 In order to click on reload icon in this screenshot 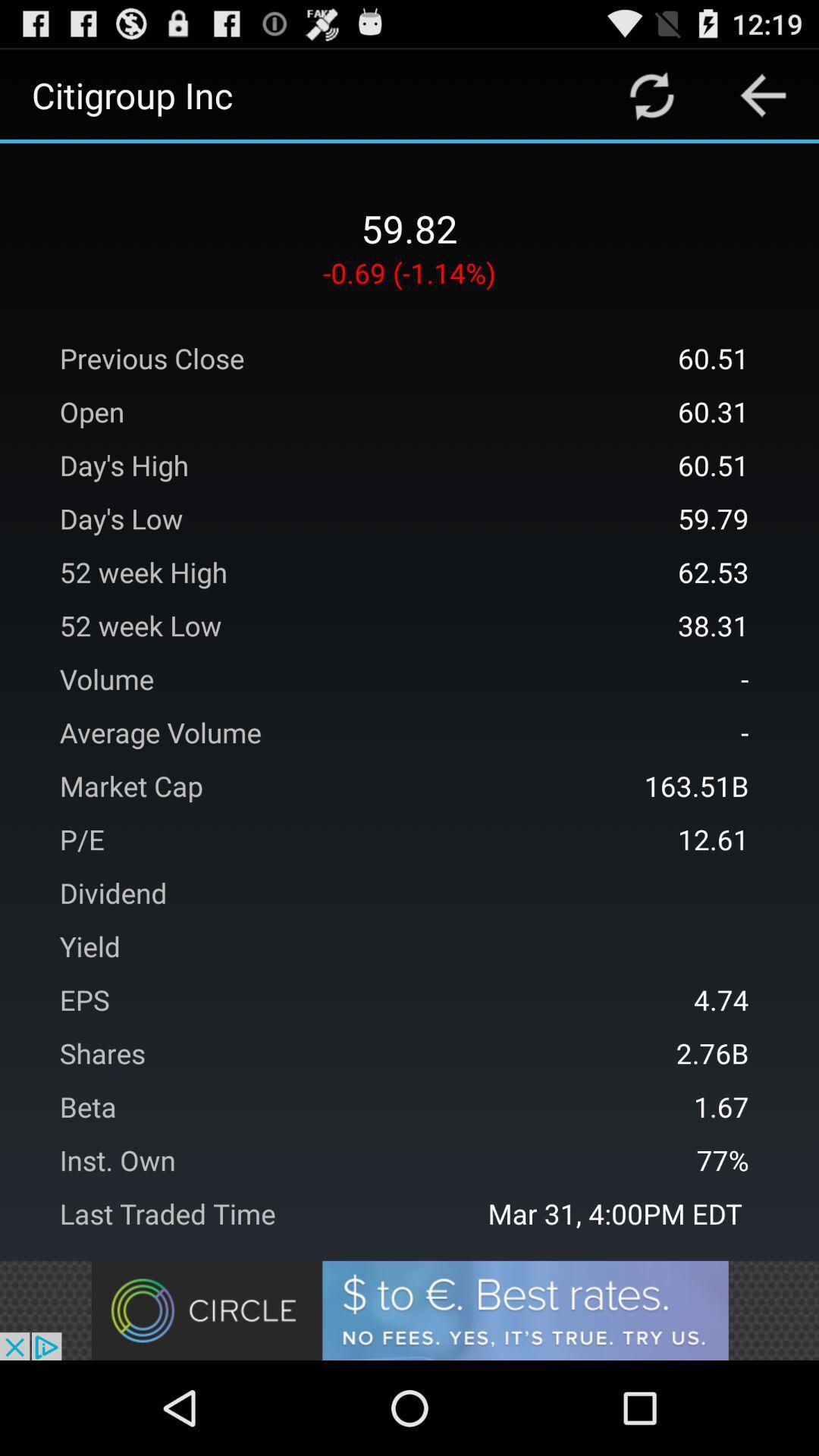, I will do `click(651, 94)`.